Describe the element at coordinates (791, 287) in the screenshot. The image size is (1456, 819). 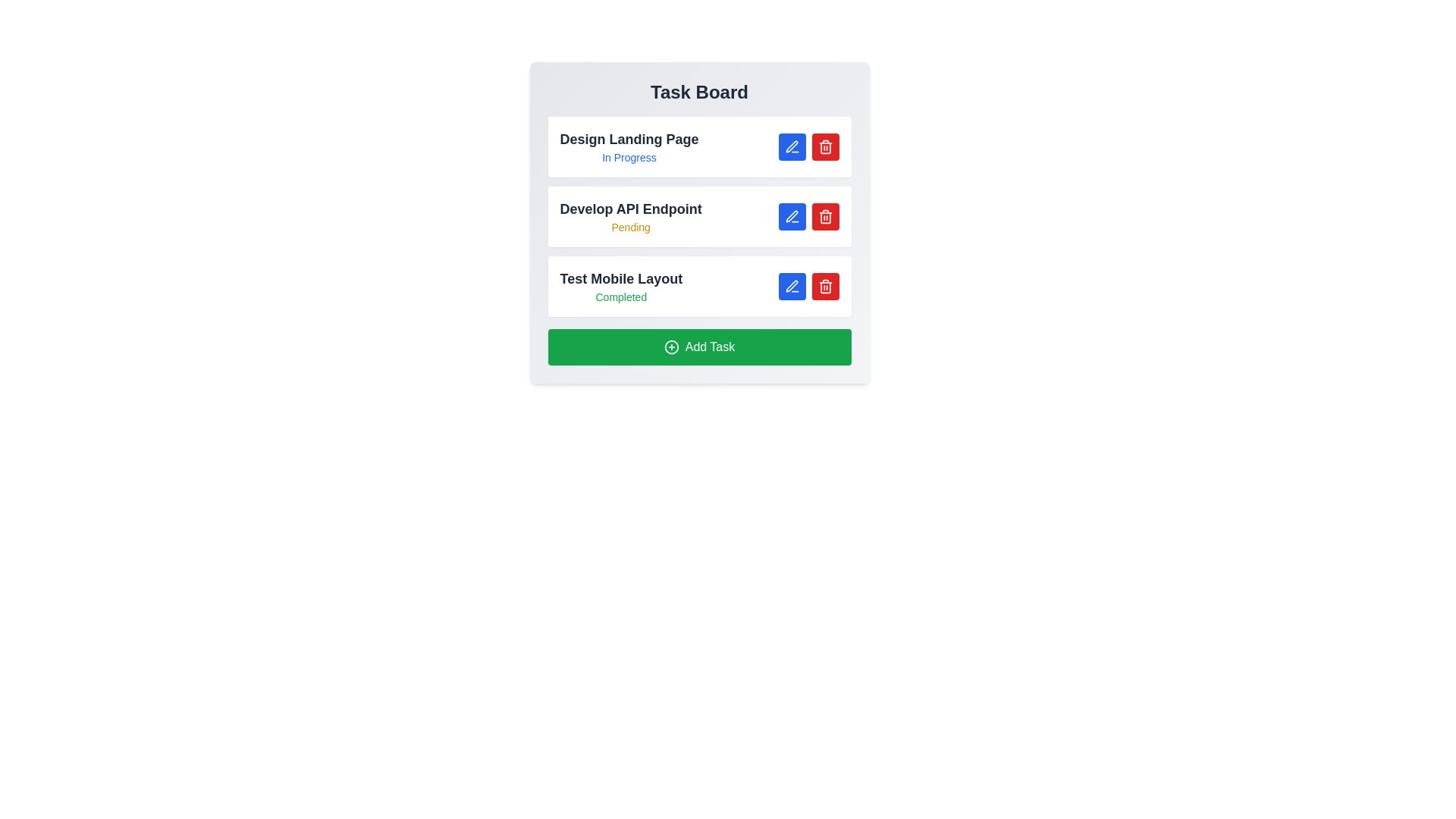
I see `the edit button next to the task with the name Test Mobile Layout` at that location.